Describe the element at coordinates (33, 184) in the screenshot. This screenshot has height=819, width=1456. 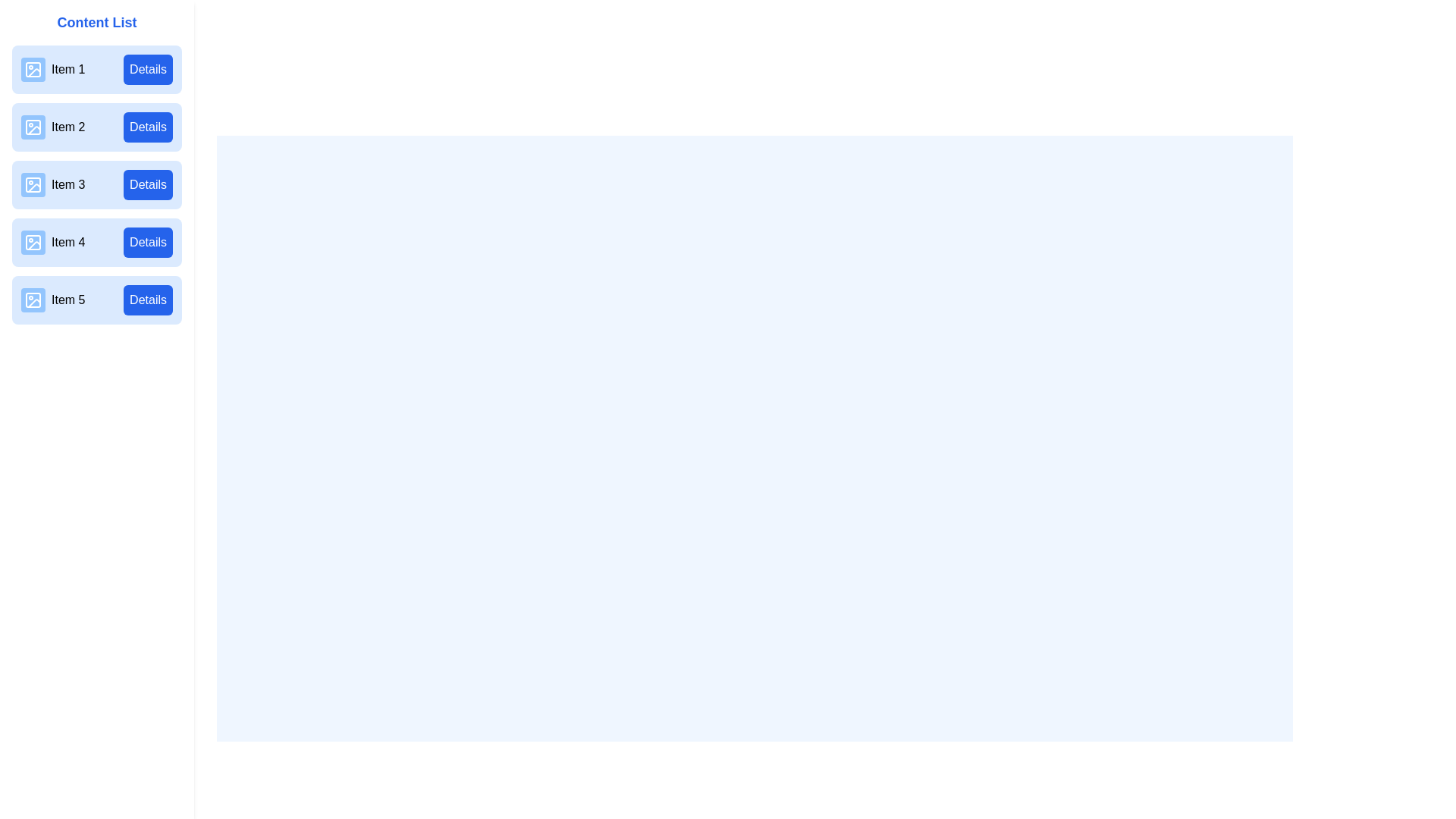
I see `the icon representation for 'Item 3,' which is the third light blue square-shaped button in the left column under the header 'Content List.'` at that location.